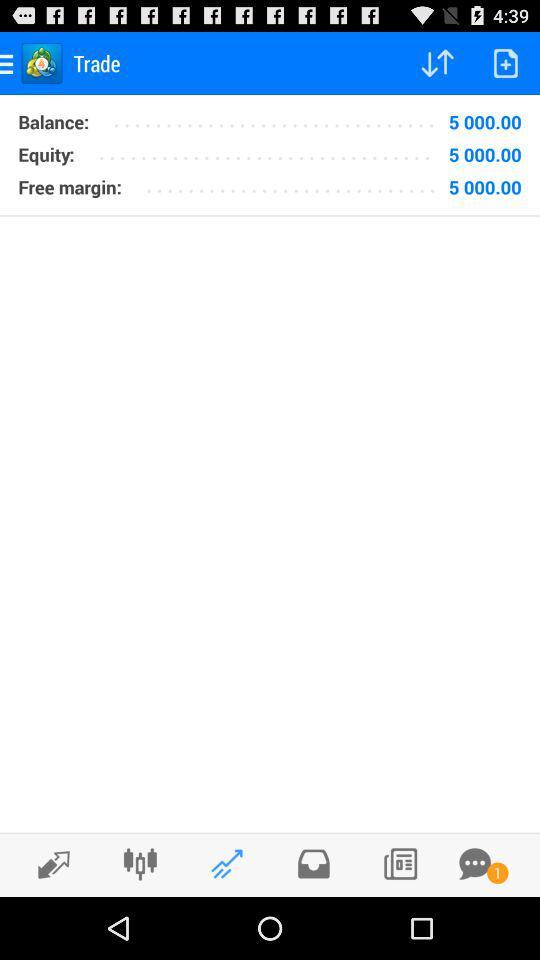  Describe the element at coordinates (474, 863) in the screenshot. I see `new messages` at that location.